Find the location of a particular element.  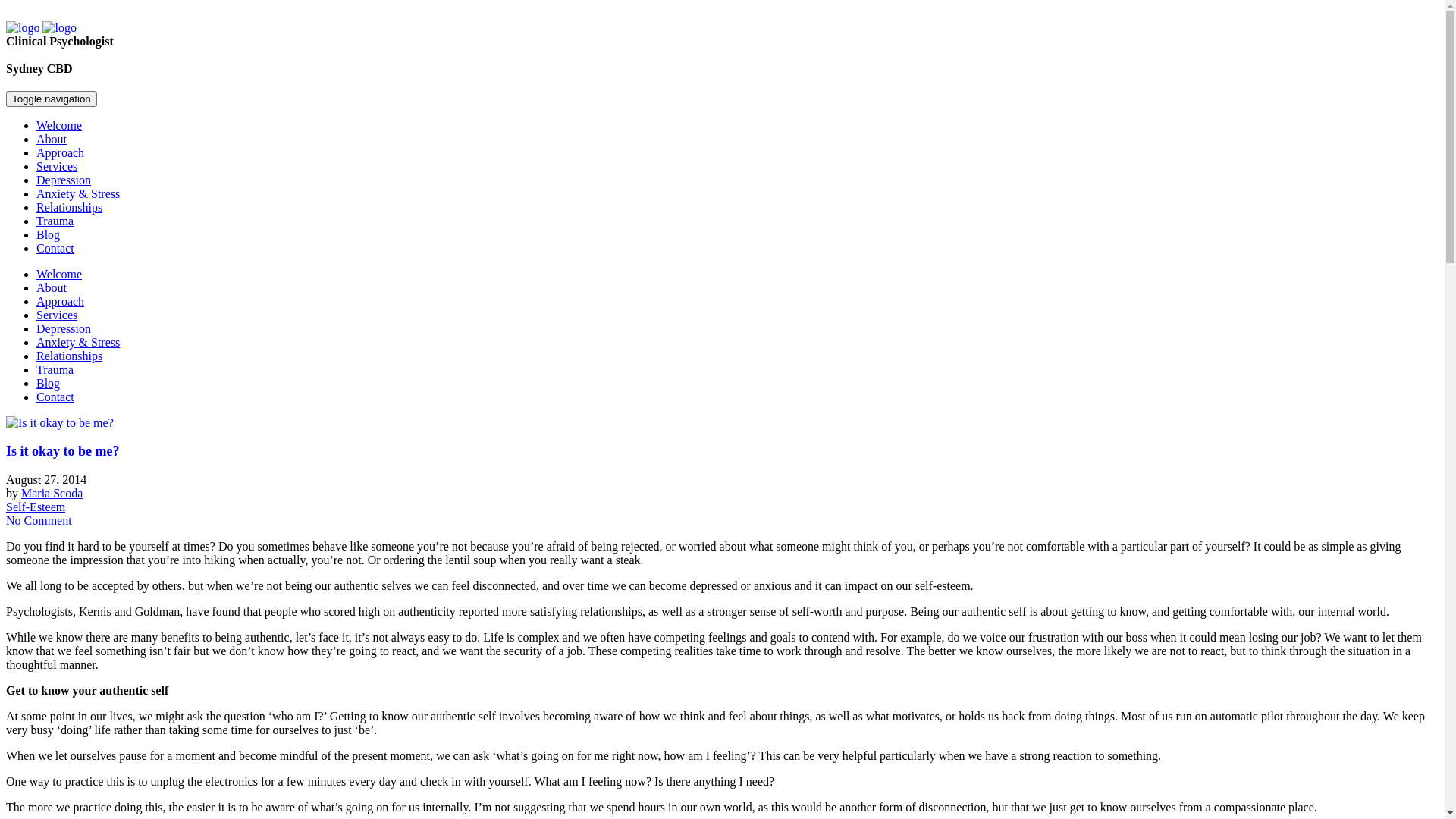

'Welcome' is located at coordinates (36, 124).